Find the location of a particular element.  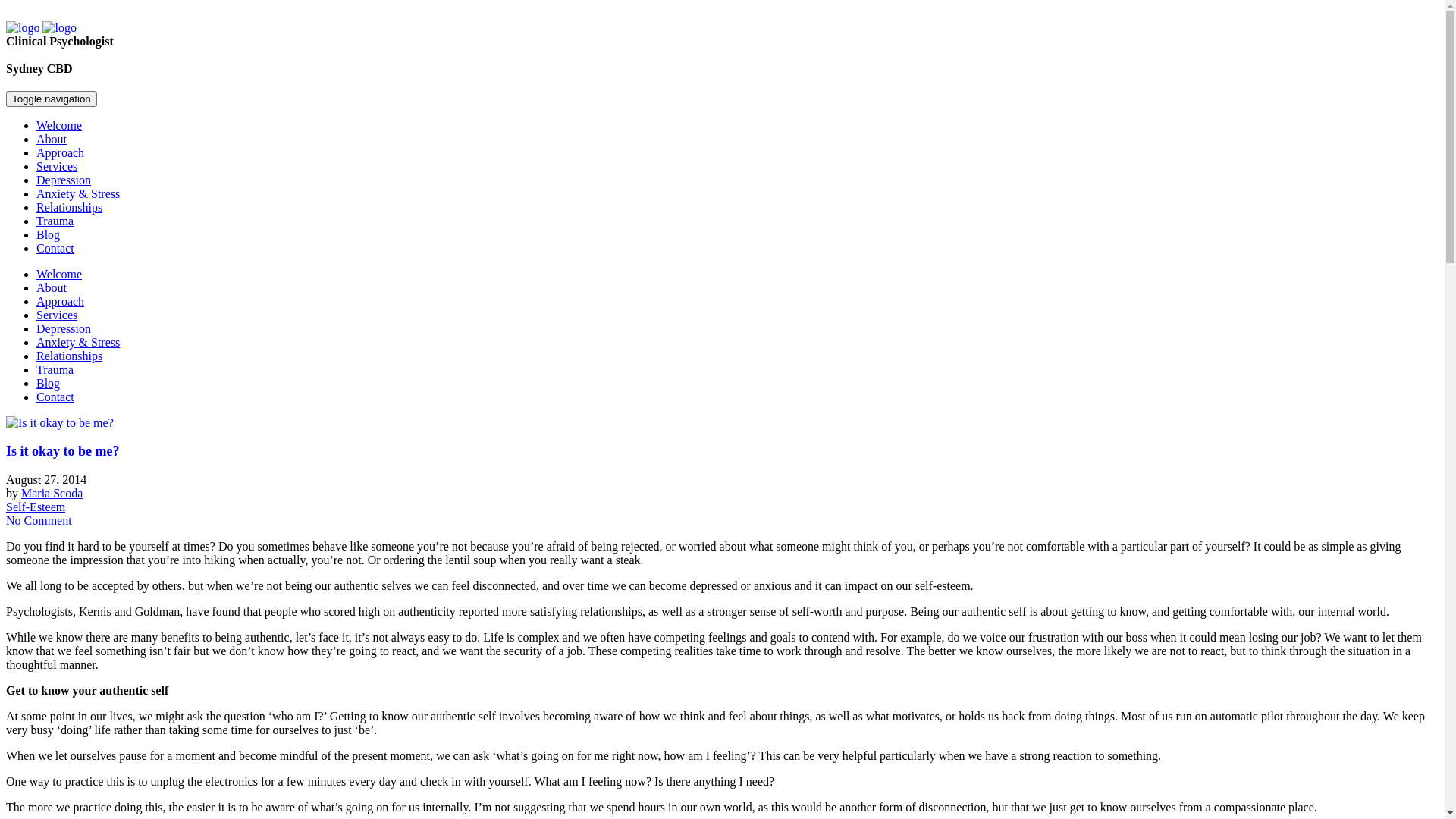

'Welcome' is located at coordinates (36, 124).